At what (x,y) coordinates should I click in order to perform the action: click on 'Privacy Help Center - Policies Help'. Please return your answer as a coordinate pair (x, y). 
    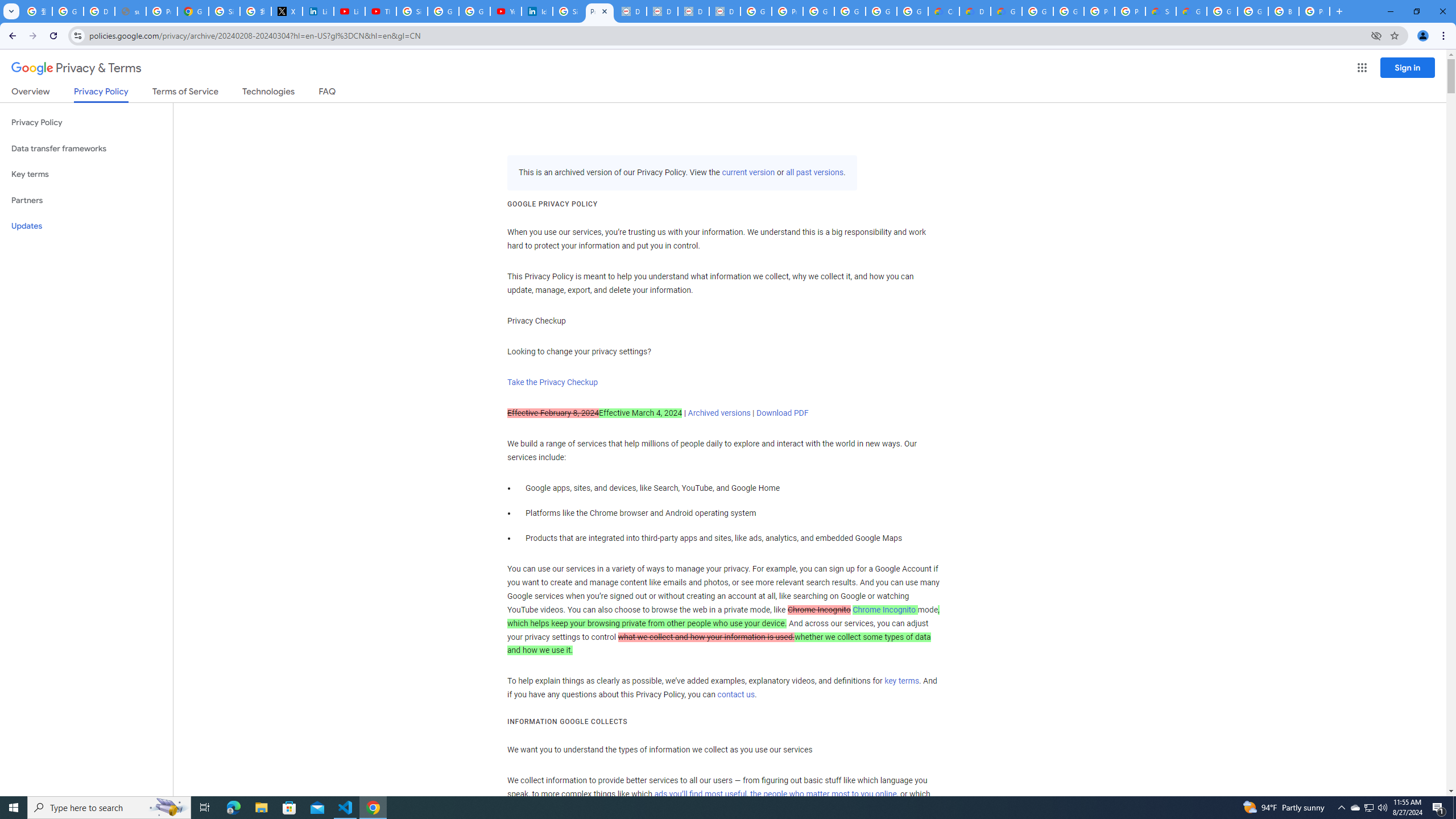
    Looking at the image, I should click on (162, 11).